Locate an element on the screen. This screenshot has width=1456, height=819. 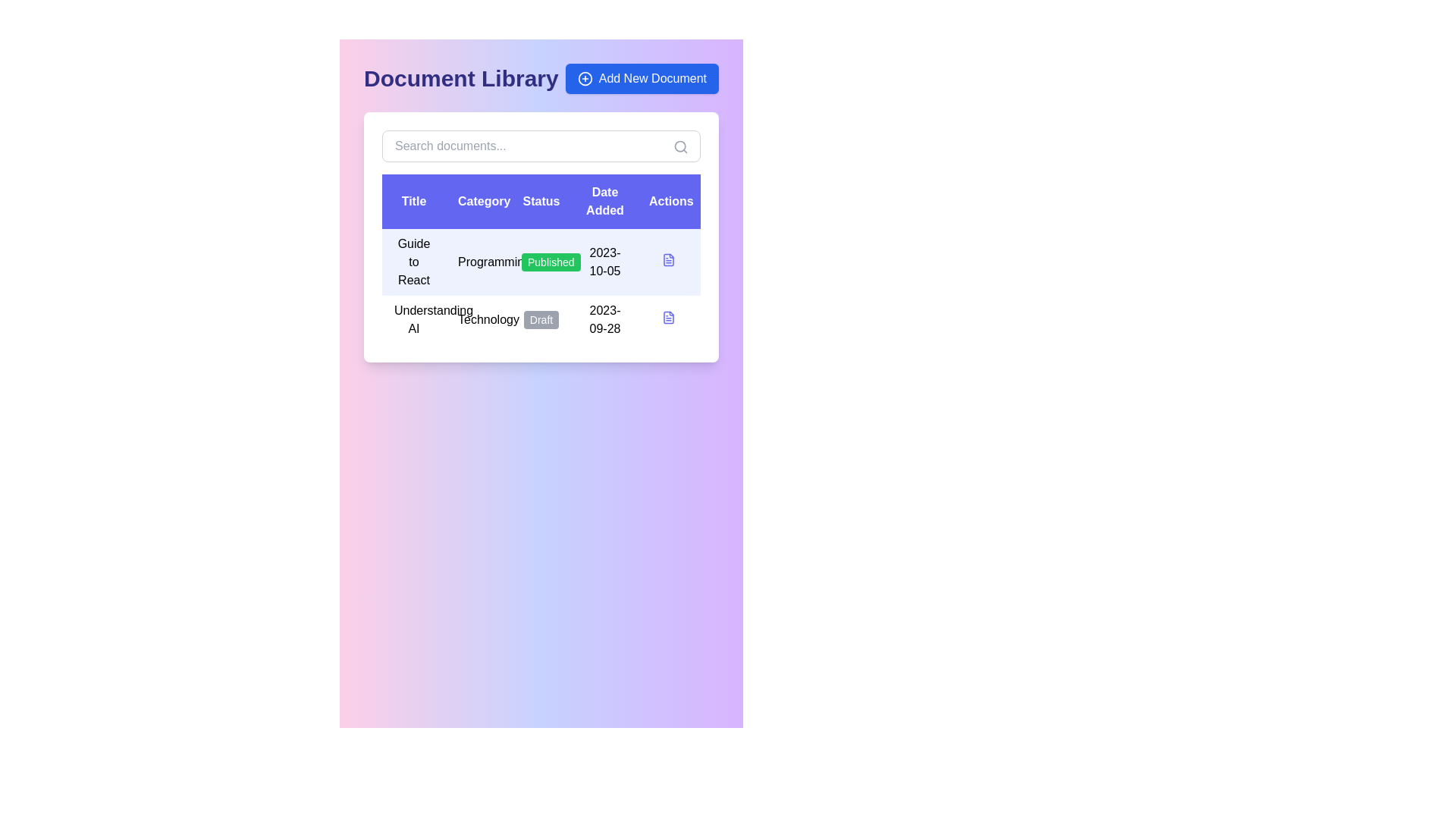
the 'Status' header label, which is a bold white text on a purple background, centrally located within a table structure at the top of the interface is located at coordinates (541, 201).